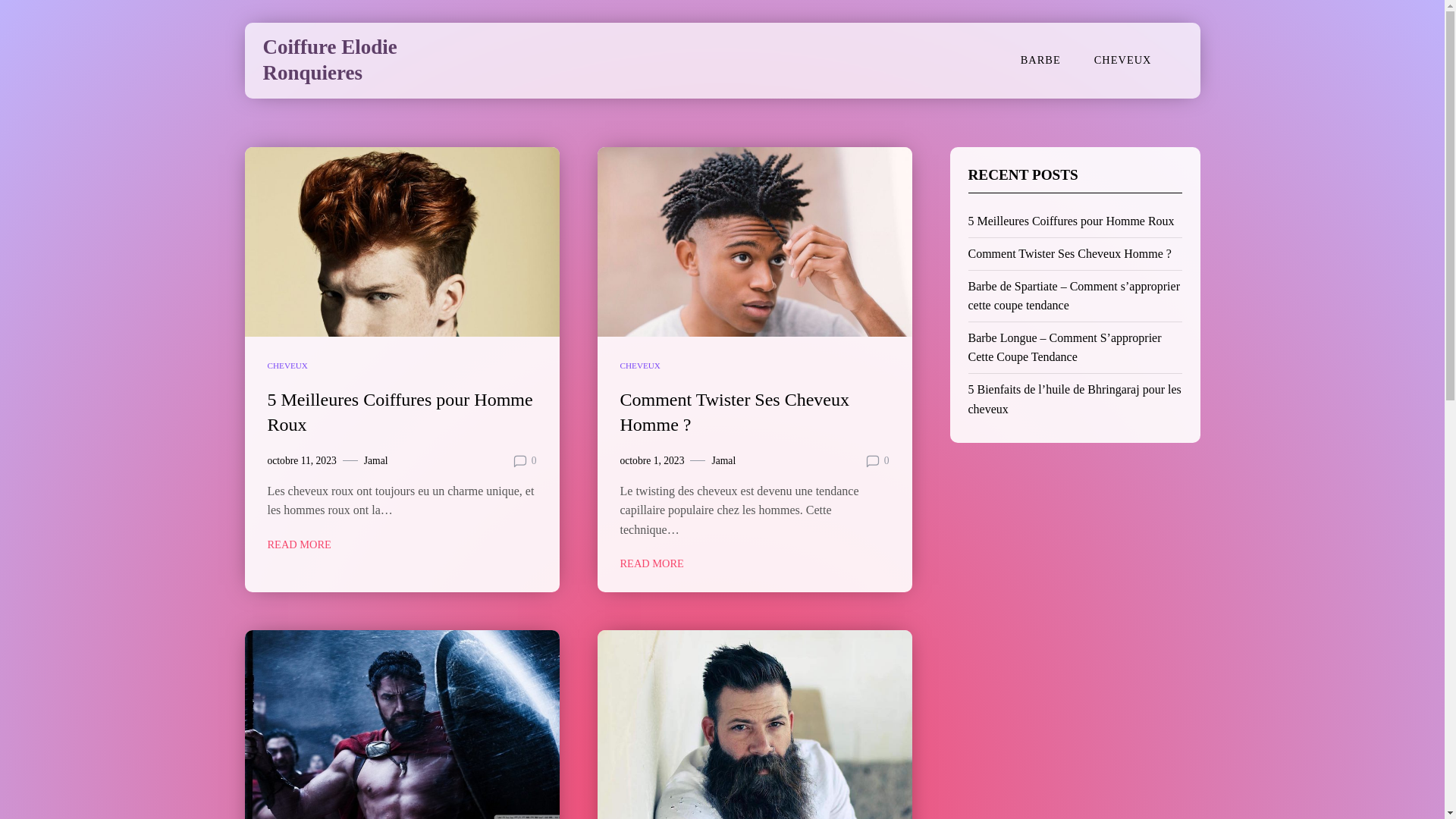 The height and width of the screenshot is (819, 1456). I want to click on 'octobre 11, 2023', so click(301, 460).